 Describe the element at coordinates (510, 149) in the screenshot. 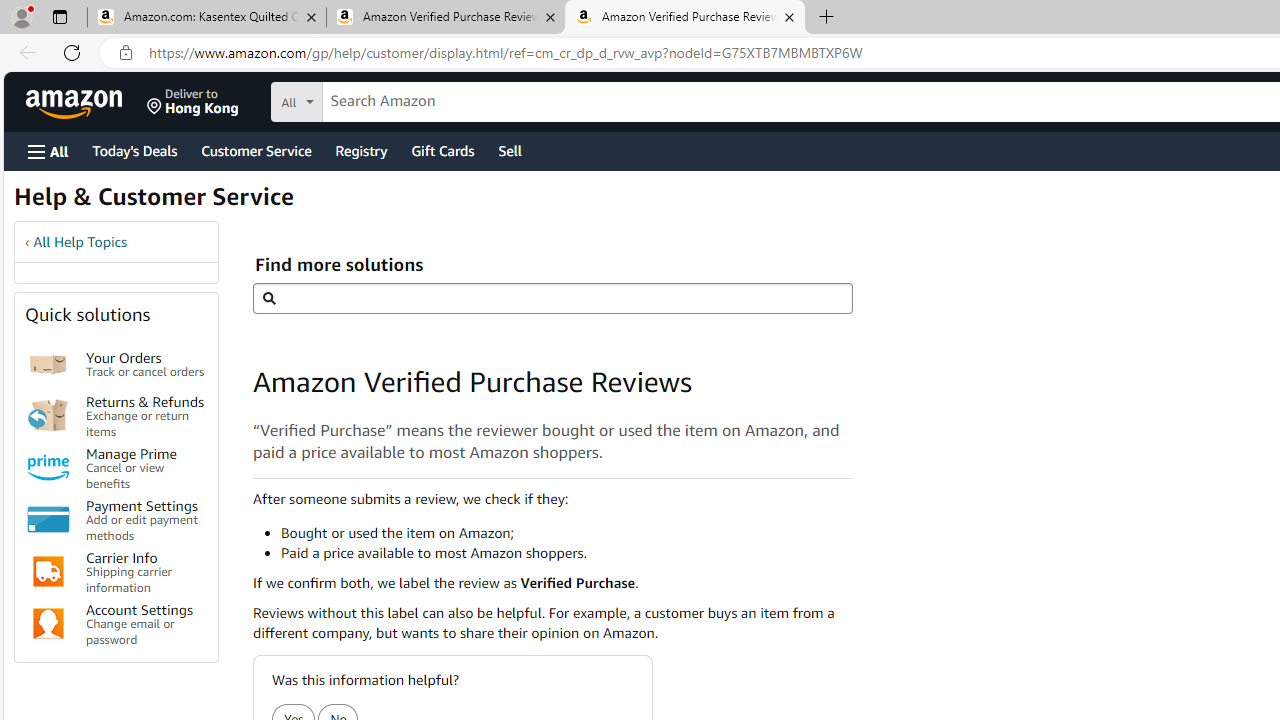

I see `'Sell'` at that location.